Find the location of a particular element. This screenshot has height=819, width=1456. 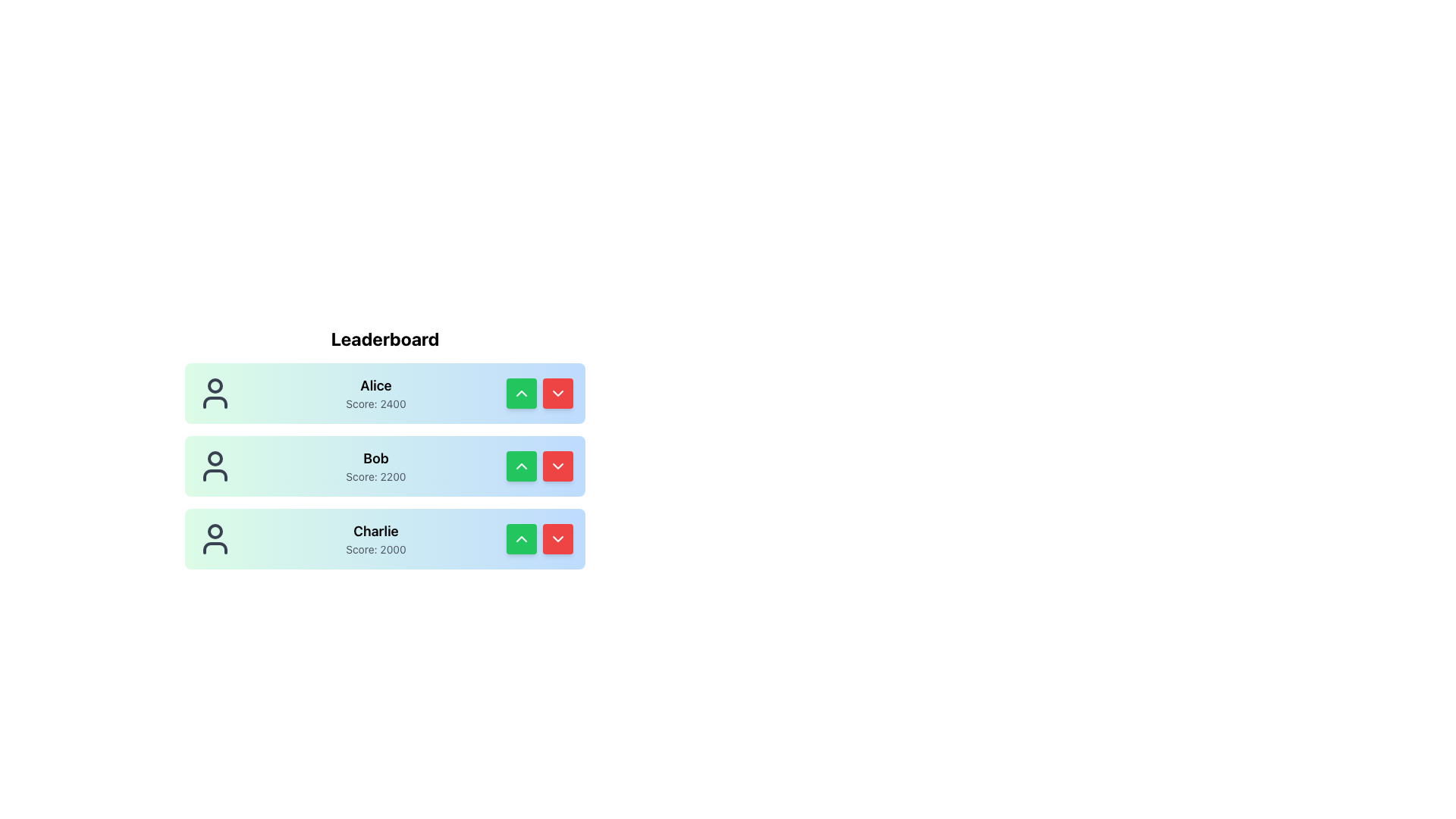

the avatar icon representing the user 'Bob' in the second row of the leaderboard, which is visually associated with his score of 2200 is located at coordinates (214, 465).